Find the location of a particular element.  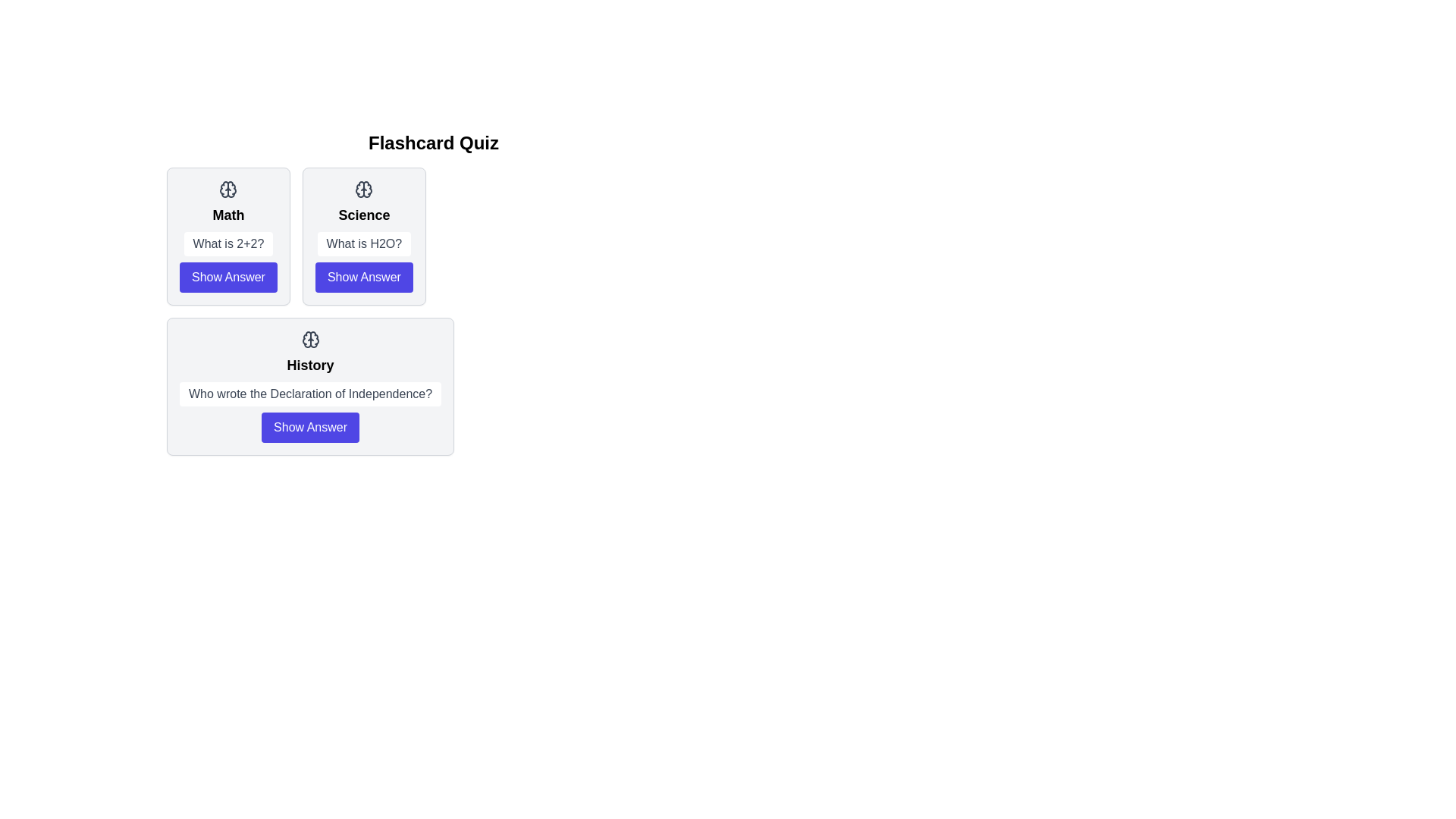

the 'Show Answer' button for the Science flashcard is located at coordinates (364, 278).